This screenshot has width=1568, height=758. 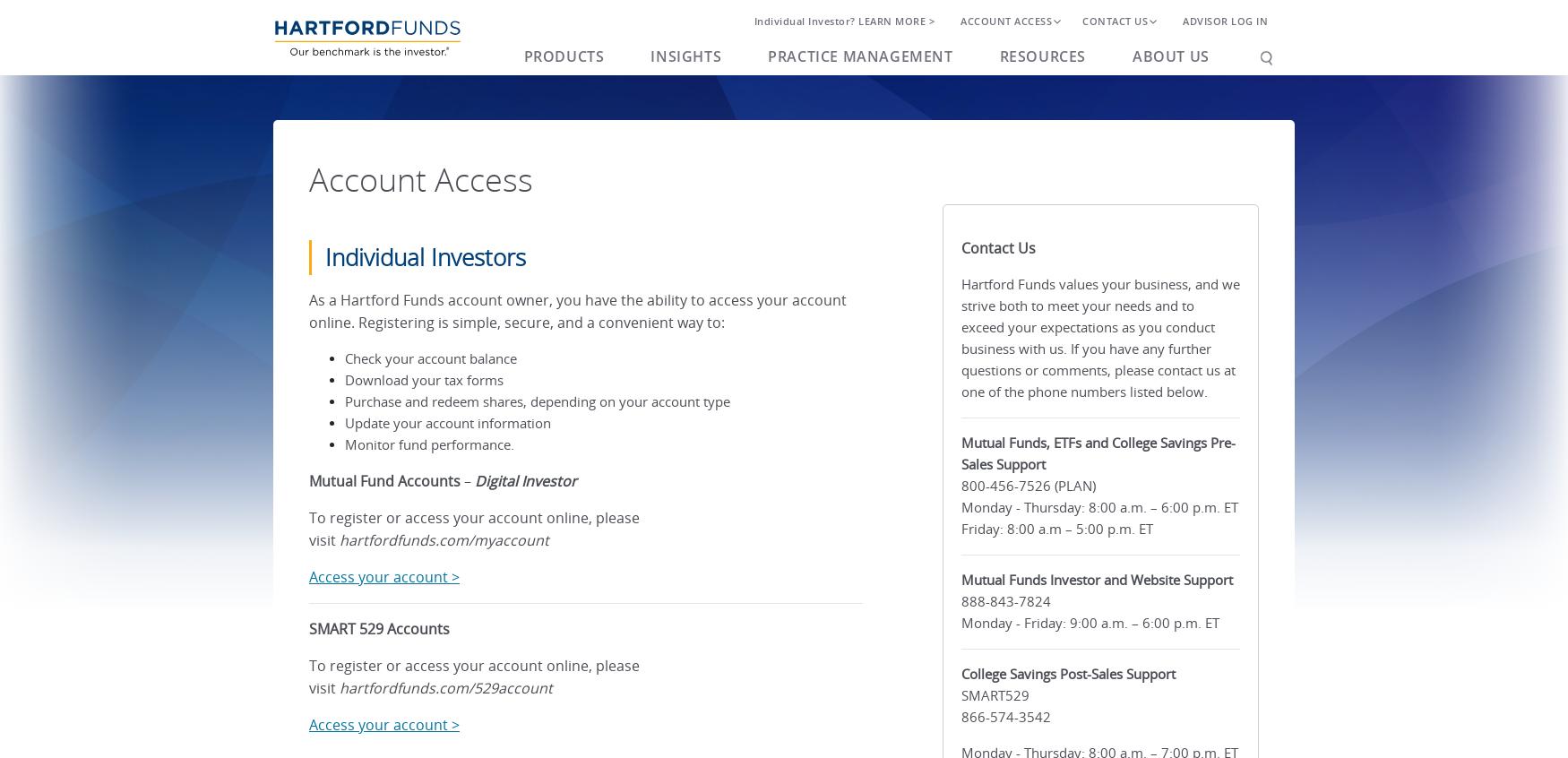 I want to click on 'Monday - Thursday: 8:00 a.m. – 6:00 p.m. ET', so click(x=1098, y=505).